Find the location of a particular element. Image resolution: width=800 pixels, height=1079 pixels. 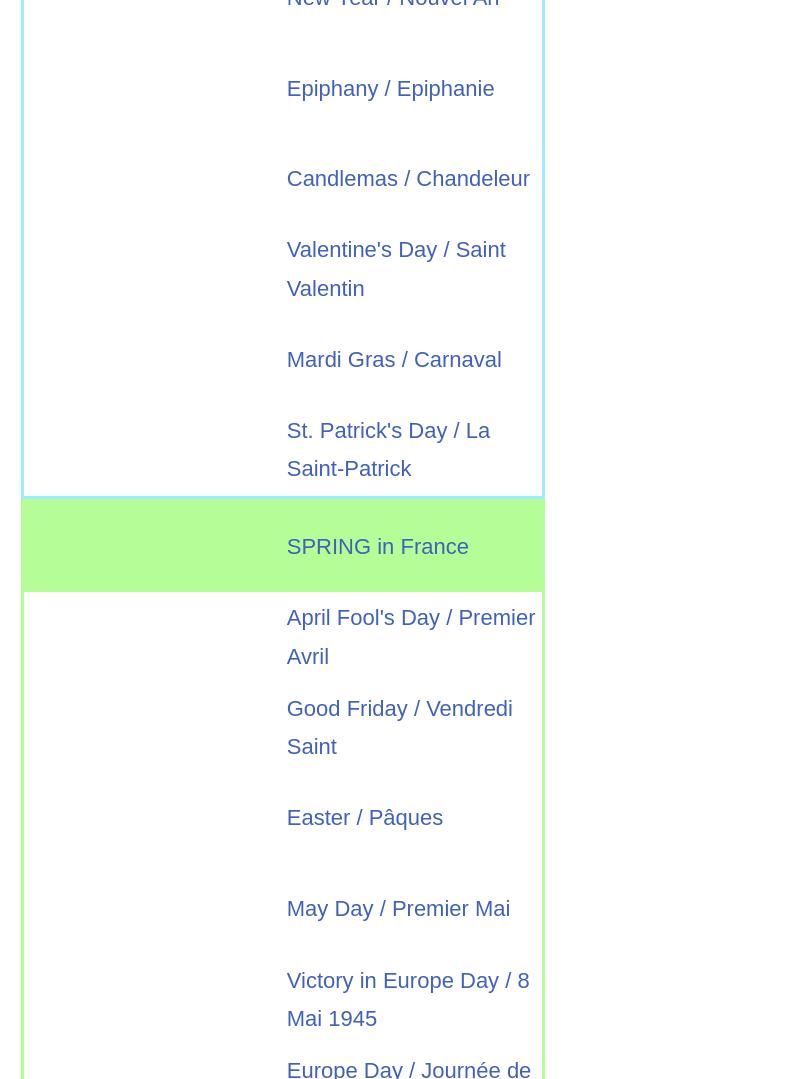

'Good Friday / Vendredi Saint' is located at coordinates (398, 726).